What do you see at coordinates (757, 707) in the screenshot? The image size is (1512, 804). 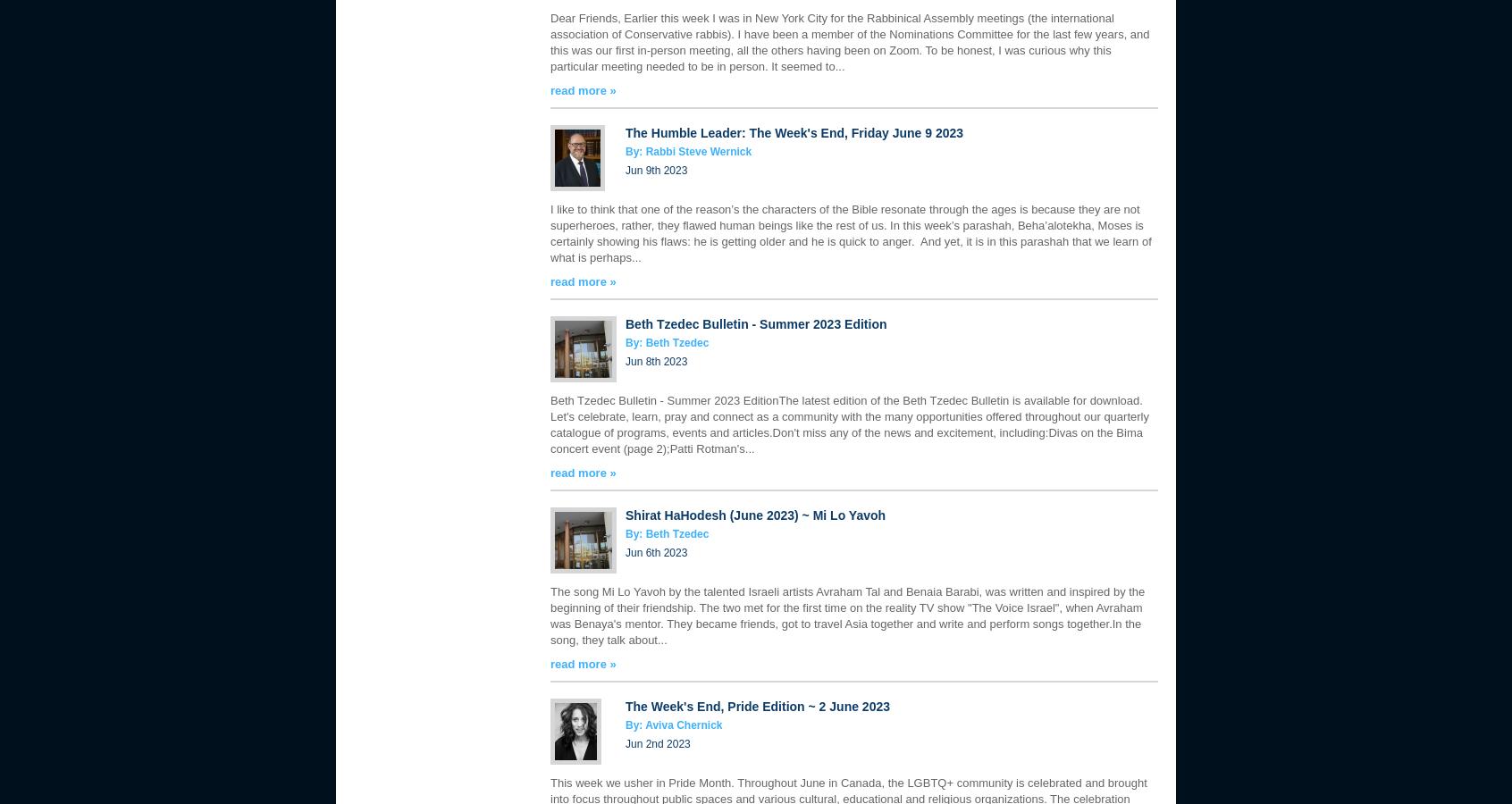 I see `'The Week's End, Pride Edition ~ 2 June 2023'` at bounding box center [757, 707].